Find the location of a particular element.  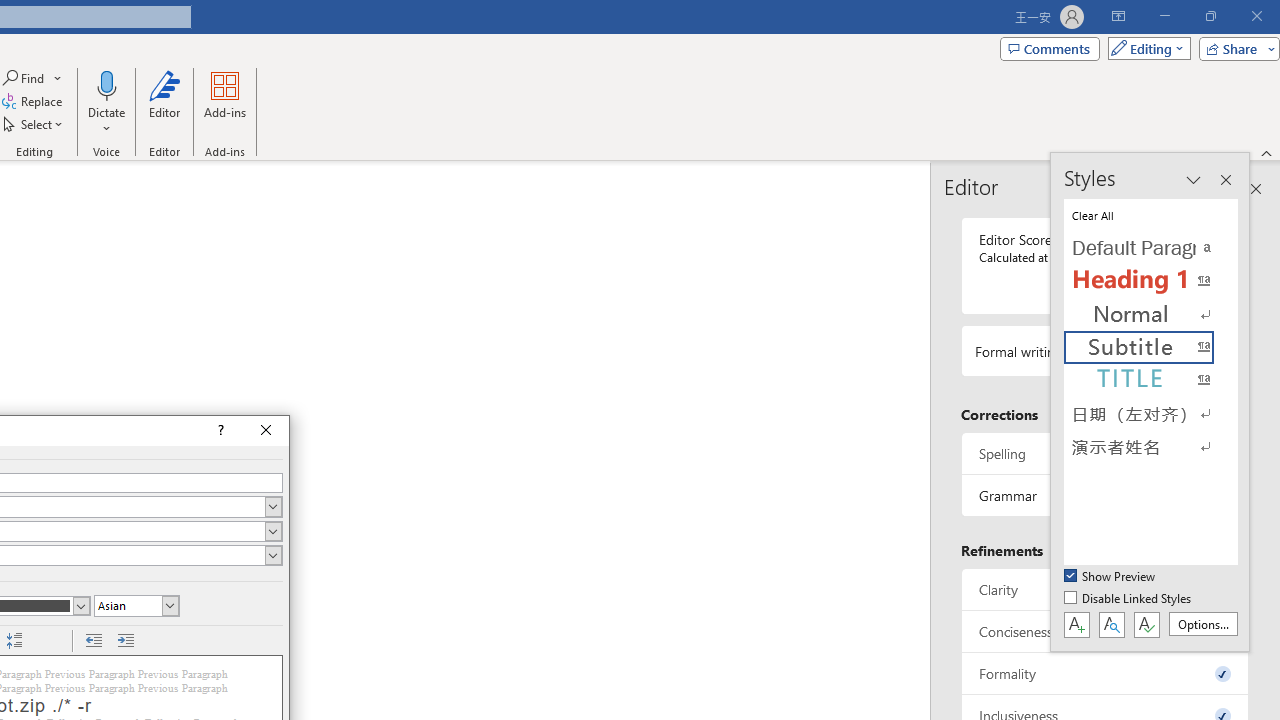

'Clear All' is located at coordinates (1150, 215).